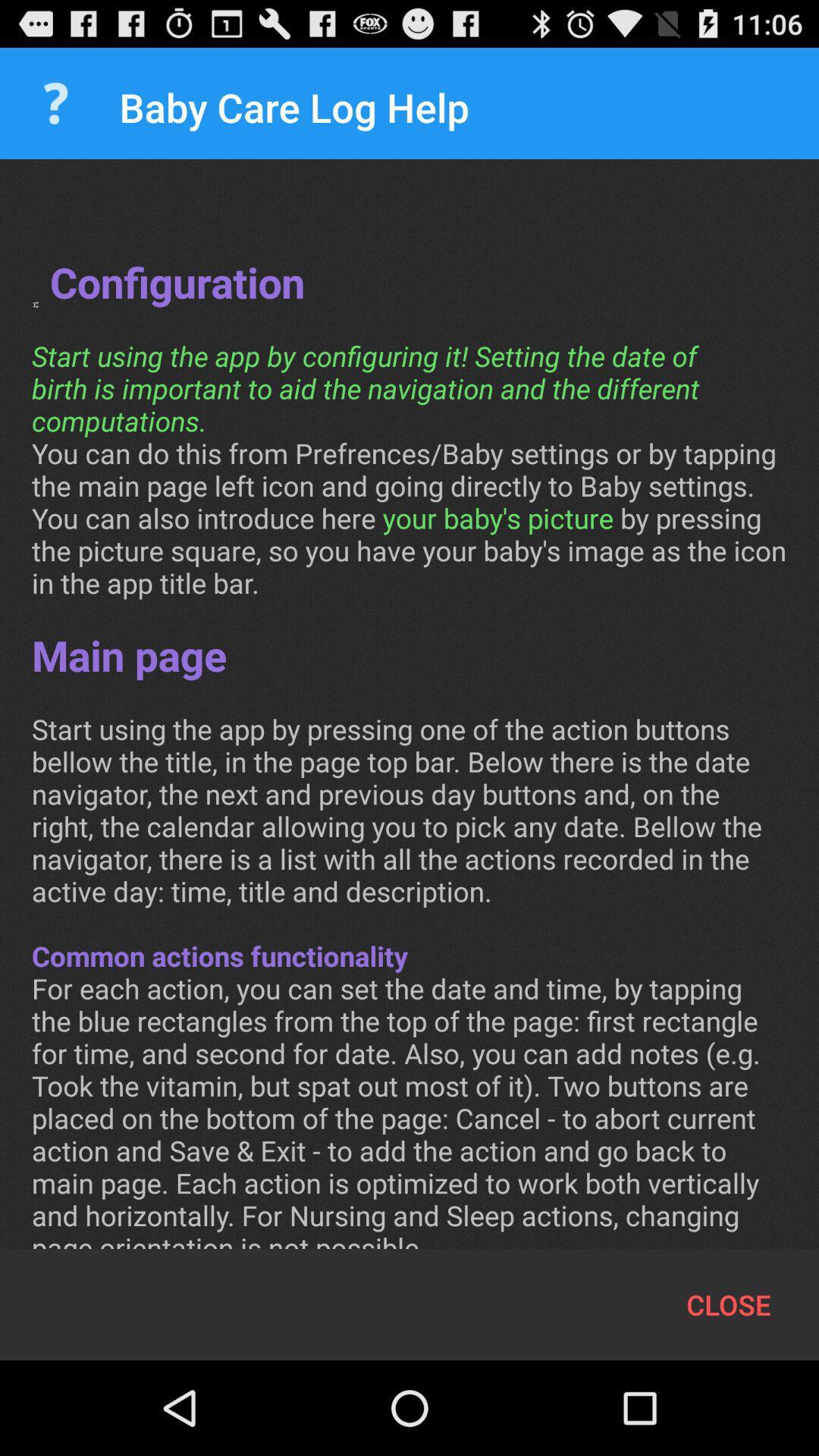 This screenshot has width=819, height=1456. What do you see at coordinates (409, 719) in the screenshot?
I see `the conf configuration start at the center` at bounding box center [409, 719].